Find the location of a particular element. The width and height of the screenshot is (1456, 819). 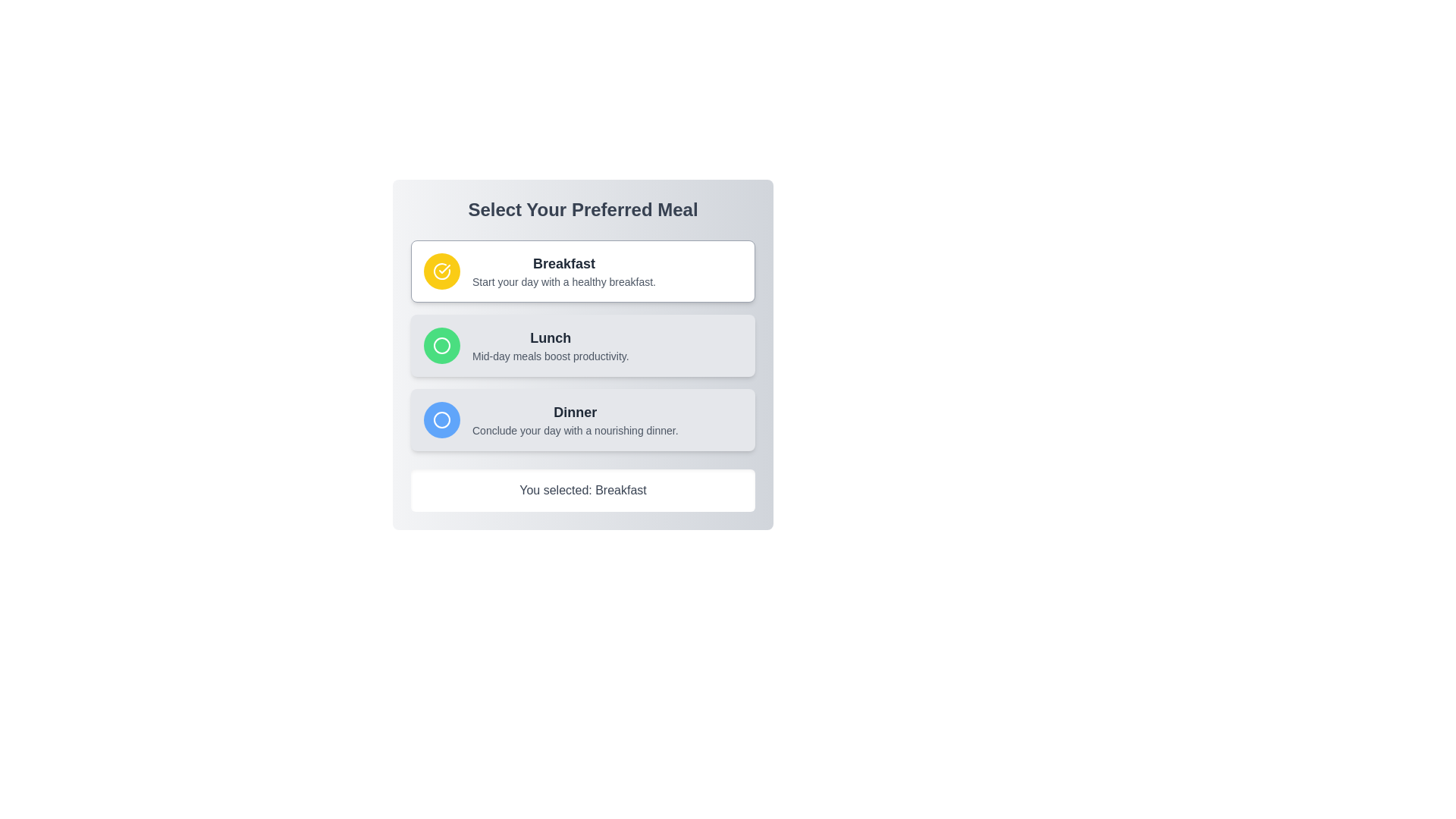

the area for interaction by moving the cursor to the graphical marker indicating the 'Dinner' category in the 'Select Your Preferred Meal' list is located at coordinates (441, 420).